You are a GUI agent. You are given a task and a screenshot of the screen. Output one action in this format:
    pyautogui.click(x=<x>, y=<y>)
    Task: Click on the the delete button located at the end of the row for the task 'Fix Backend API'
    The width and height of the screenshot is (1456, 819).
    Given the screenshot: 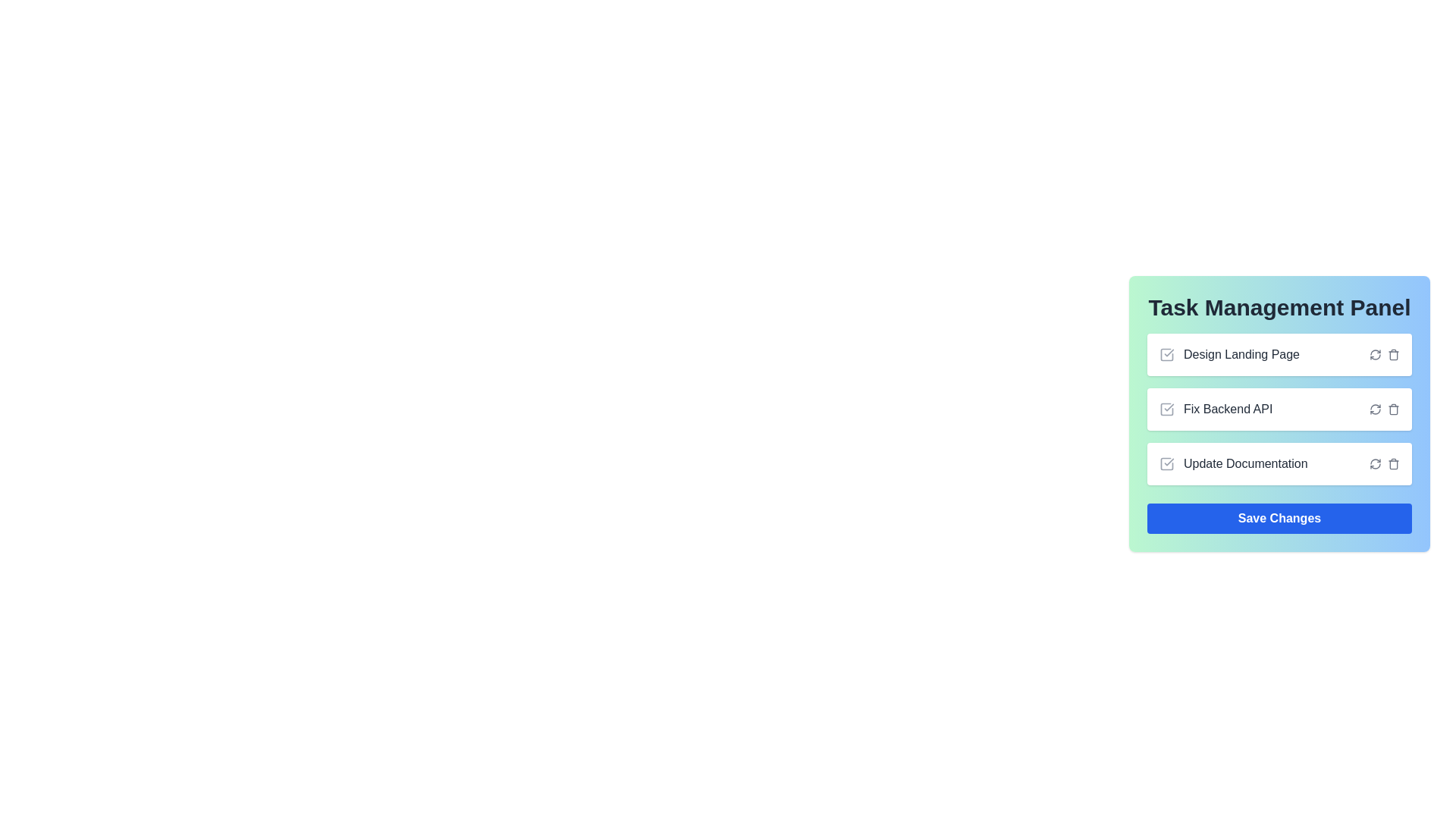 What is the action you would take?
    pyautogui.click(x=1394, y=409)
    